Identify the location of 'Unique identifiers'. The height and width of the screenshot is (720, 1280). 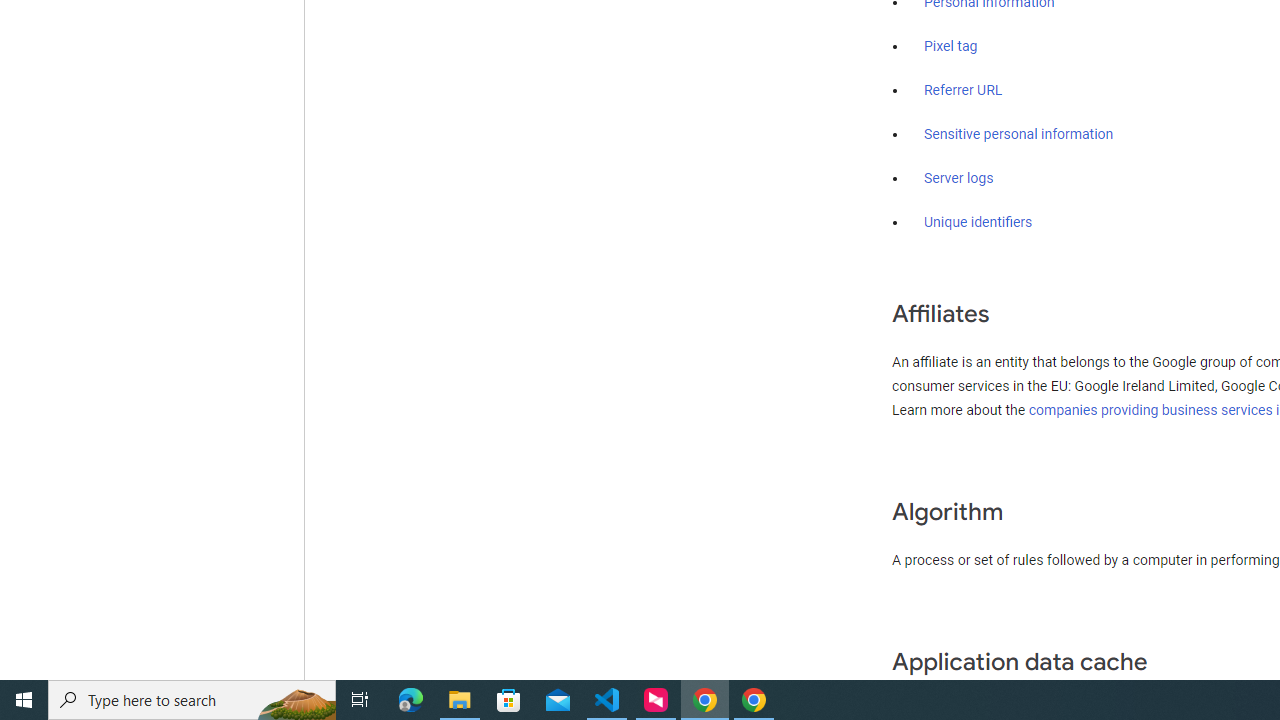
(978, 222).